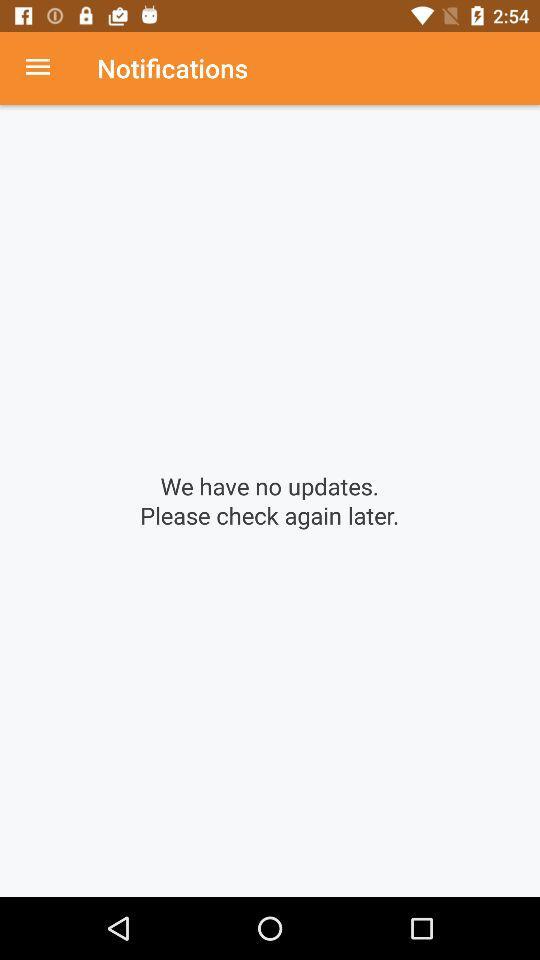 The width and height of the screenshot is (540, 960). Describe the element at coordinates (48, 68) in the screenshot. I see `open menu up` at that location.